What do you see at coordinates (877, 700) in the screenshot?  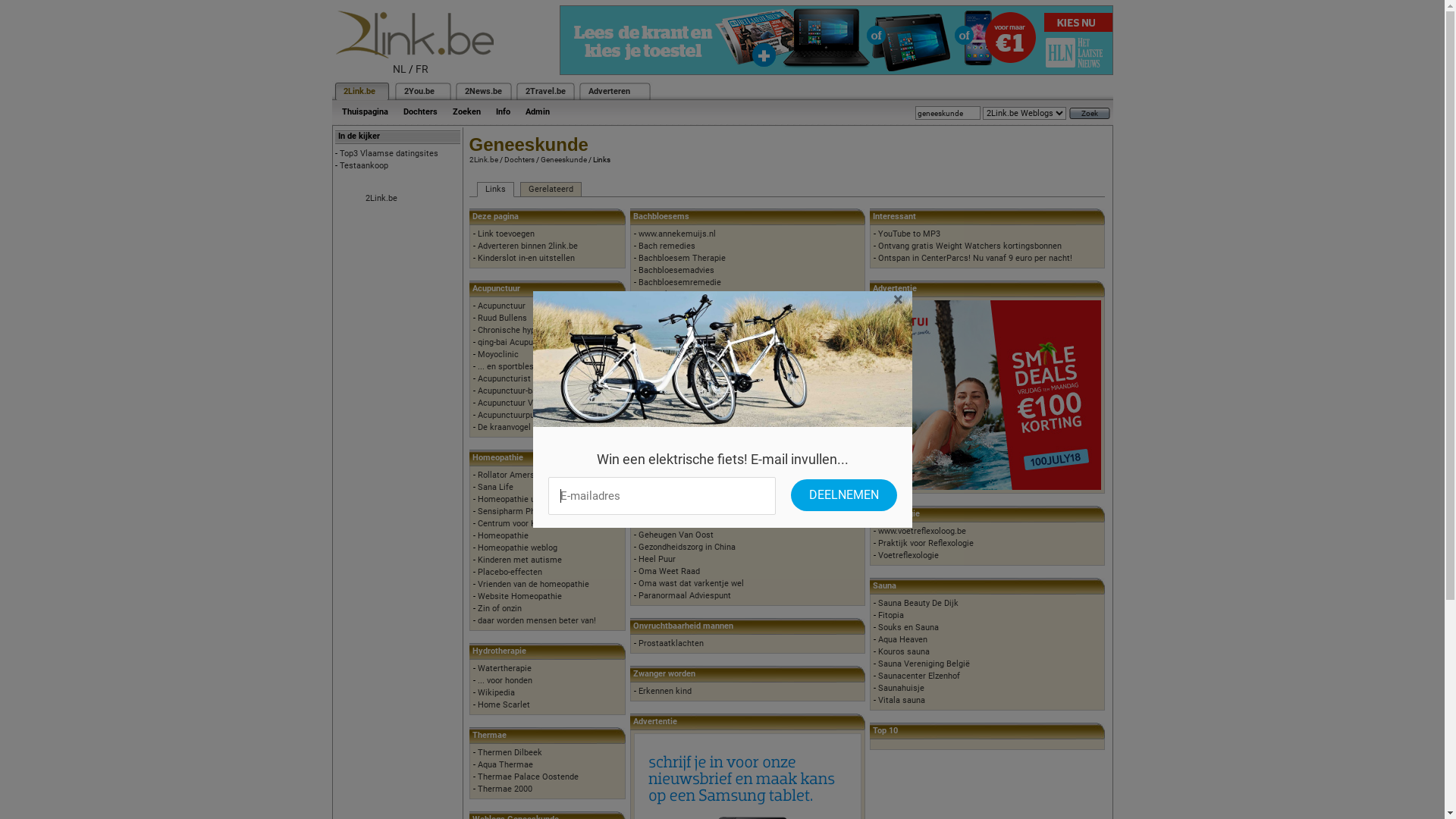 I see `'Vitala sauna'` at bounding box center [877, 700].